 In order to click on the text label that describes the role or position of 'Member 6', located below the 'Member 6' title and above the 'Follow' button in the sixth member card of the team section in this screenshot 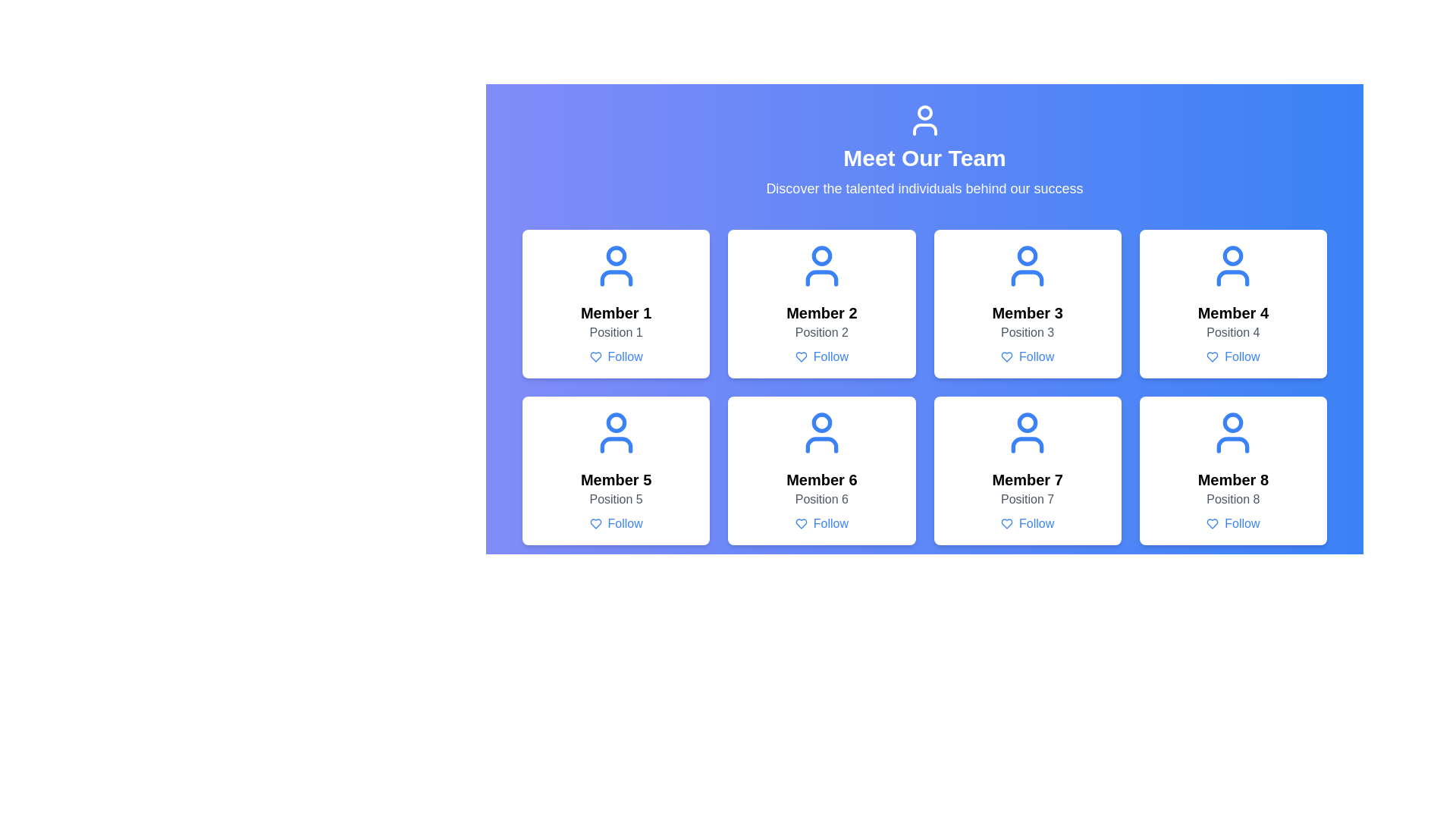, I will do `click(821, 500)`.